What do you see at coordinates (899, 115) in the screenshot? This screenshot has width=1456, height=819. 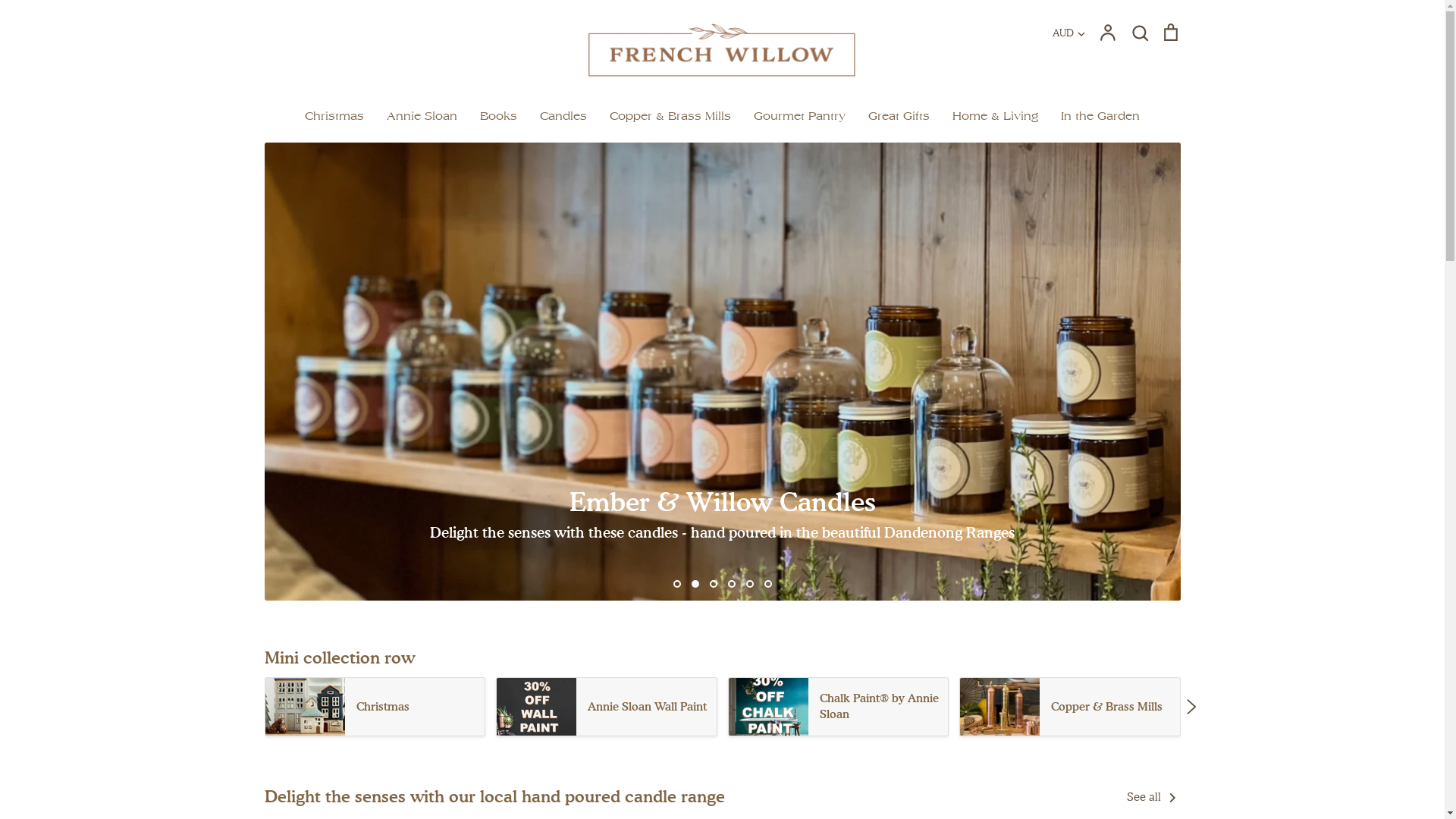 I see `'Great Gifts'` at bounding box center [899, 115].